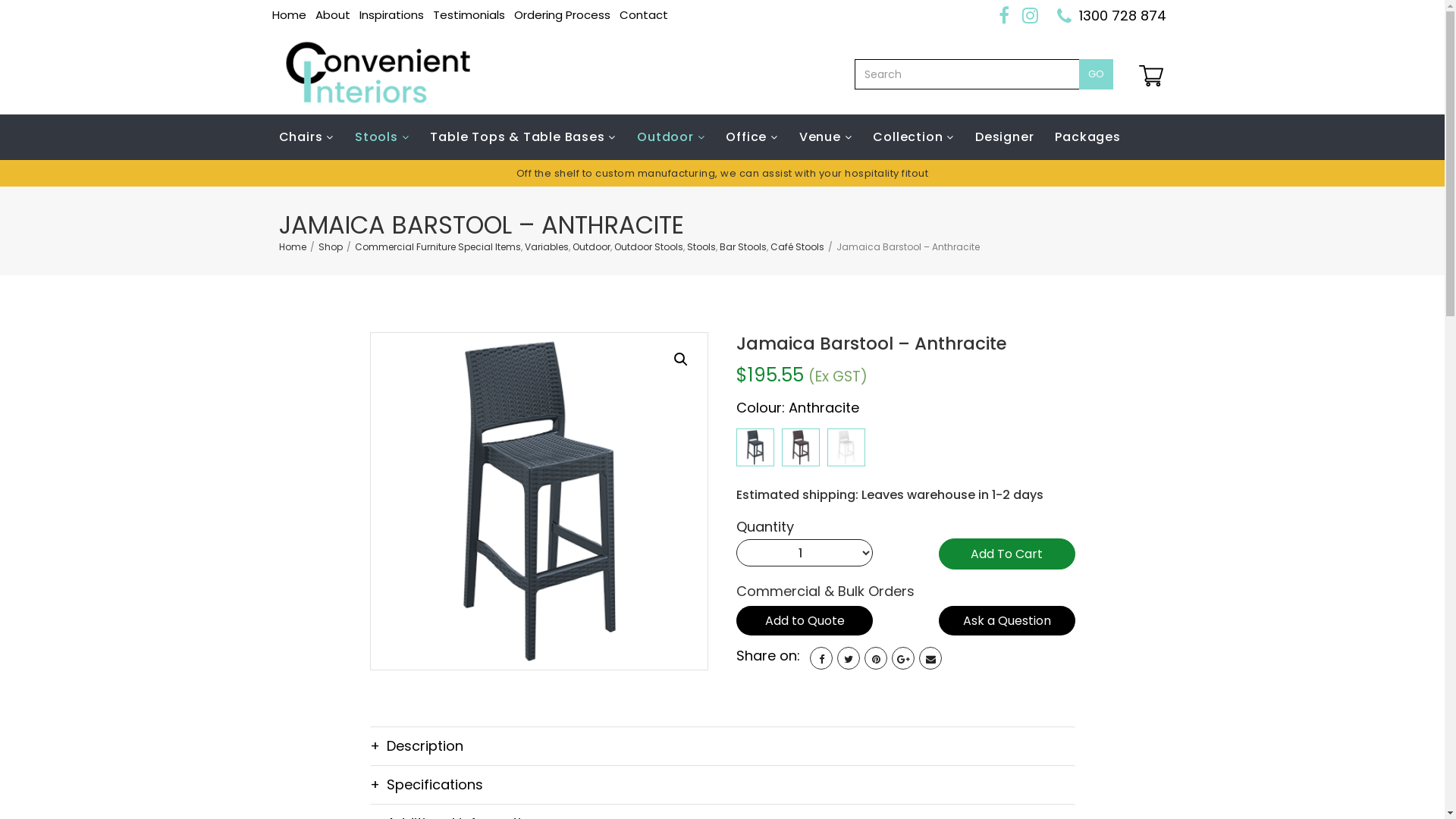 The width and height of the screenshot is (1456, 819). What do you see at coordinates (846, 447) in the screenshot?
I see `'Jamaica Barstool - White'` at bounding box center [846, 447].